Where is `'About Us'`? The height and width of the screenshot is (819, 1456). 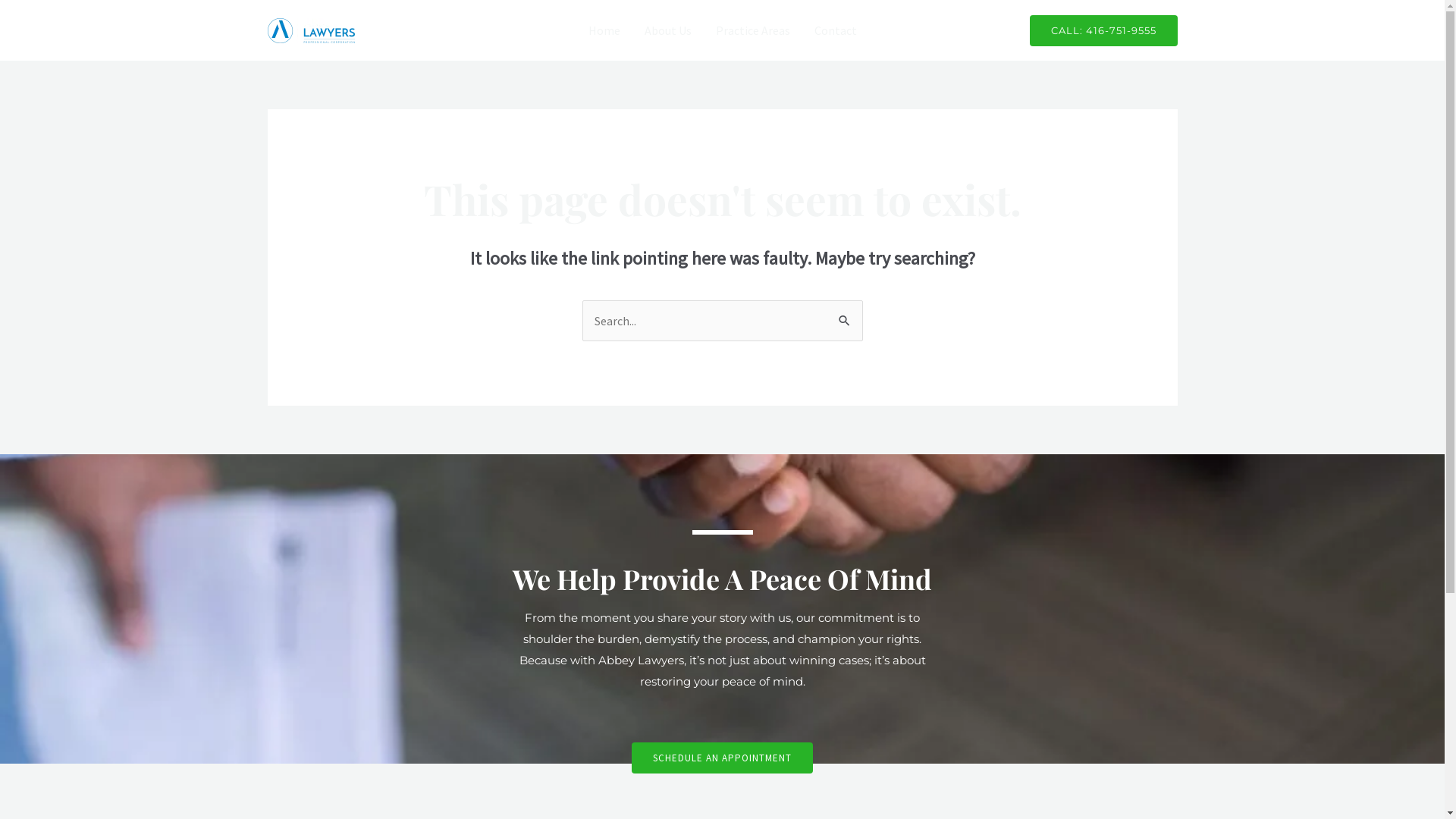 'About Us' is located at coordinates (667, 30).